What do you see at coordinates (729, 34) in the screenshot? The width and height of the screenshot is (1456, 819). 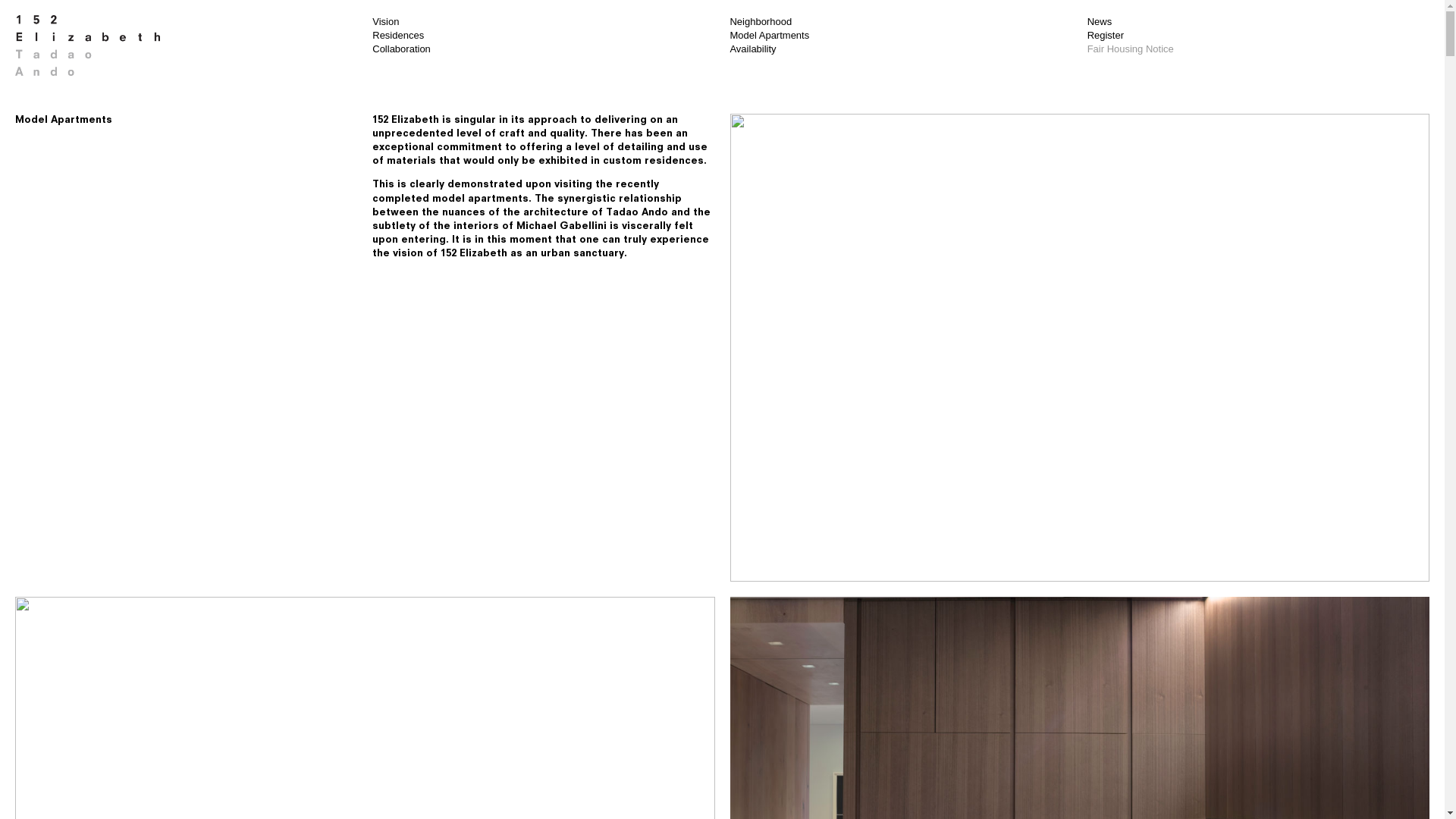 I see `'Model Apartments'` at bounding box center [729, 34].